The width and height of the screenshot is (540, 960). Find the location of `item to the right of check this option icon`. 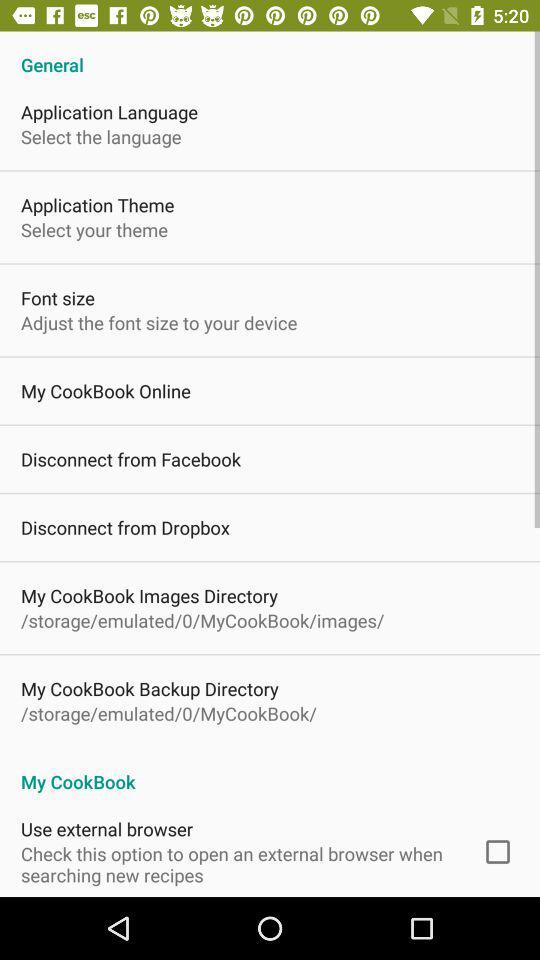

item to the right of check this option icon is located at coordinates (496, 851).